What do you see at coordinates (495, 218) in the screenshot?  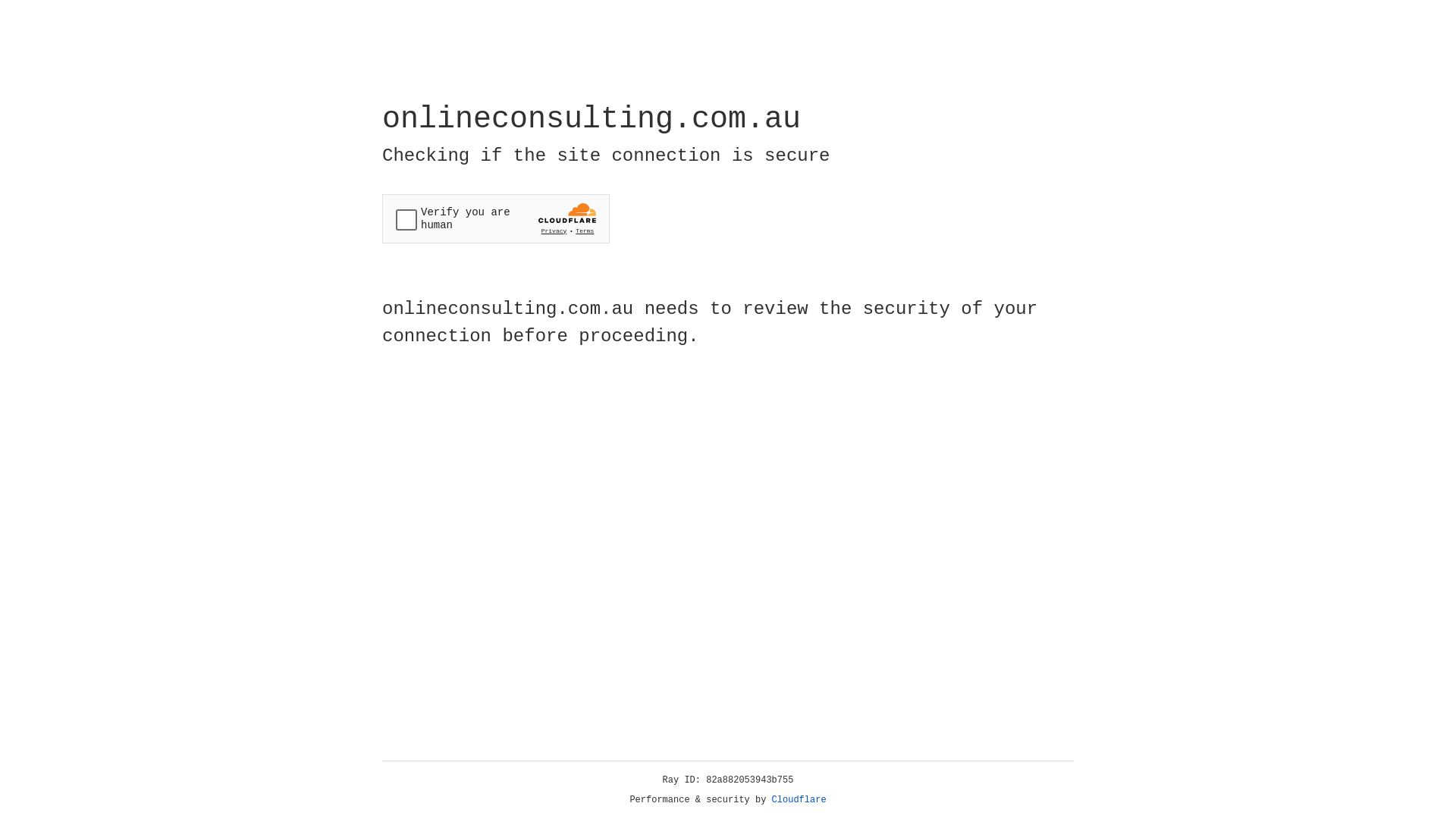 I see `'Widget containing a Cloudflare security challenge'` at bounding box center [495, 218].